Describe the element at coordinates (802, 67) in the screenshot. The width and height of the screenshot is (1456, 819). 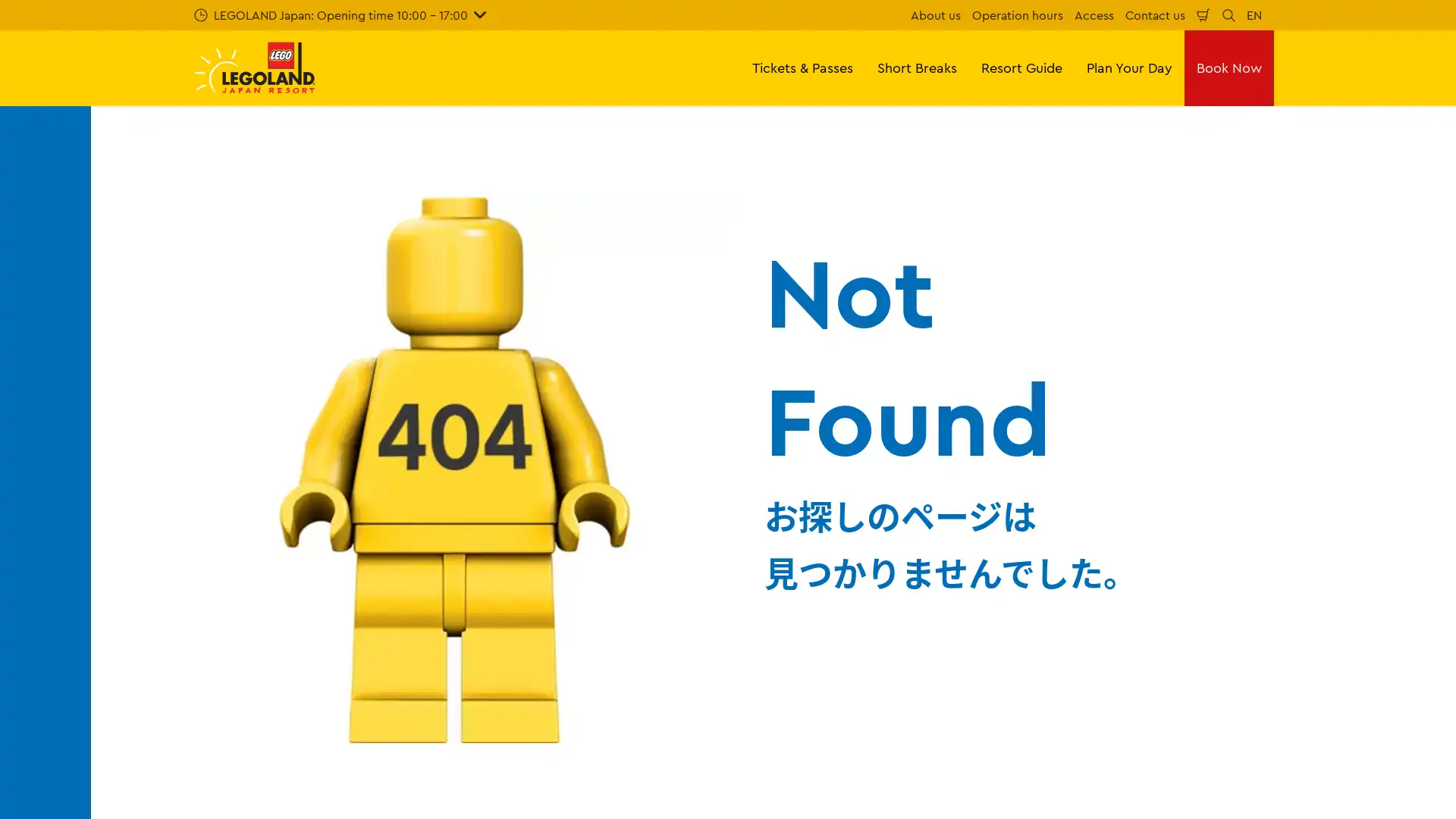
I see `Tickets & Passes` at that location.